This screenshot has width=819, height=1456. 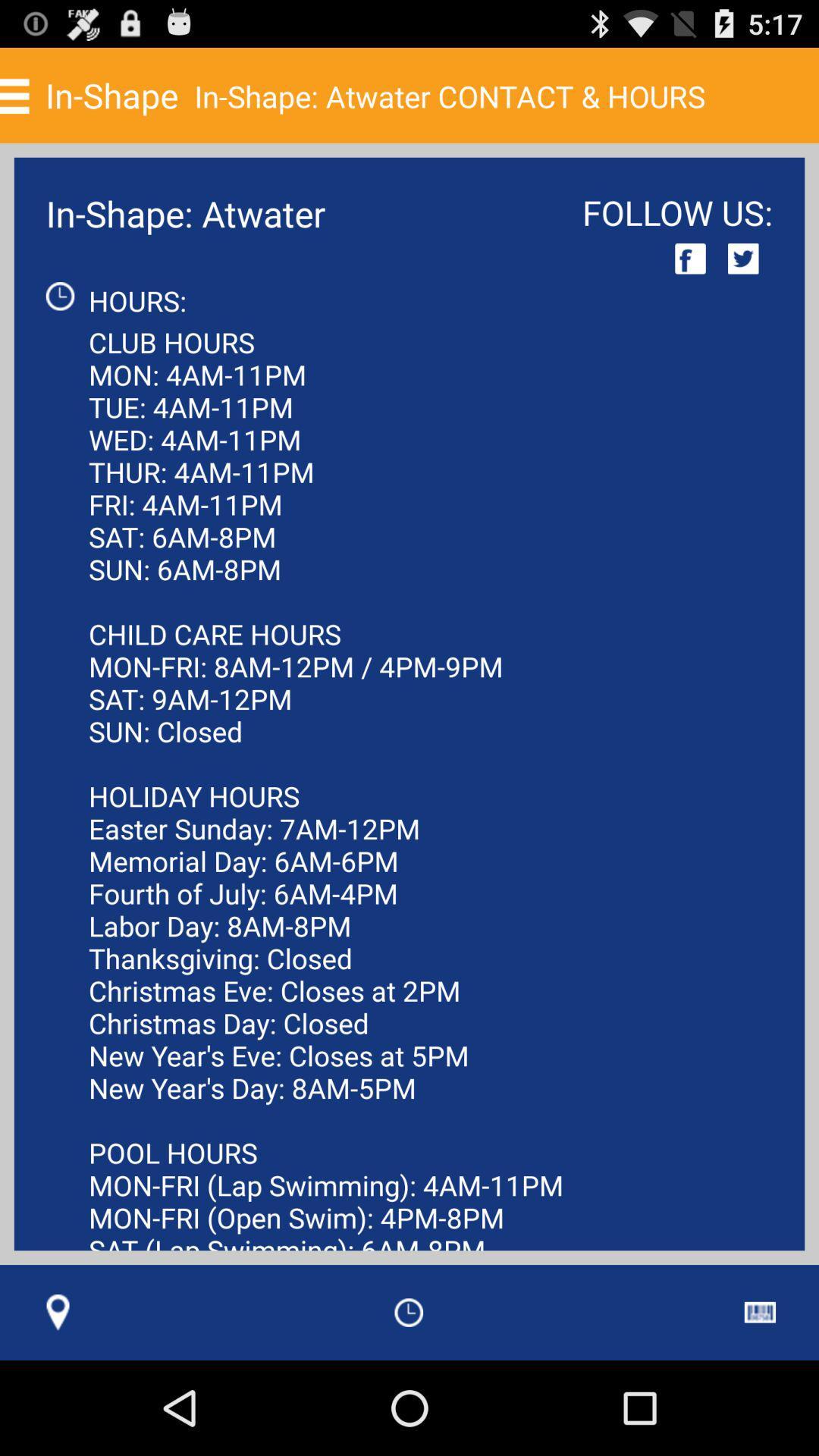 What do you see at coordinates (690, 277) in the screenshot?
I see `the facebook icon` at bounding box center [690, 277].